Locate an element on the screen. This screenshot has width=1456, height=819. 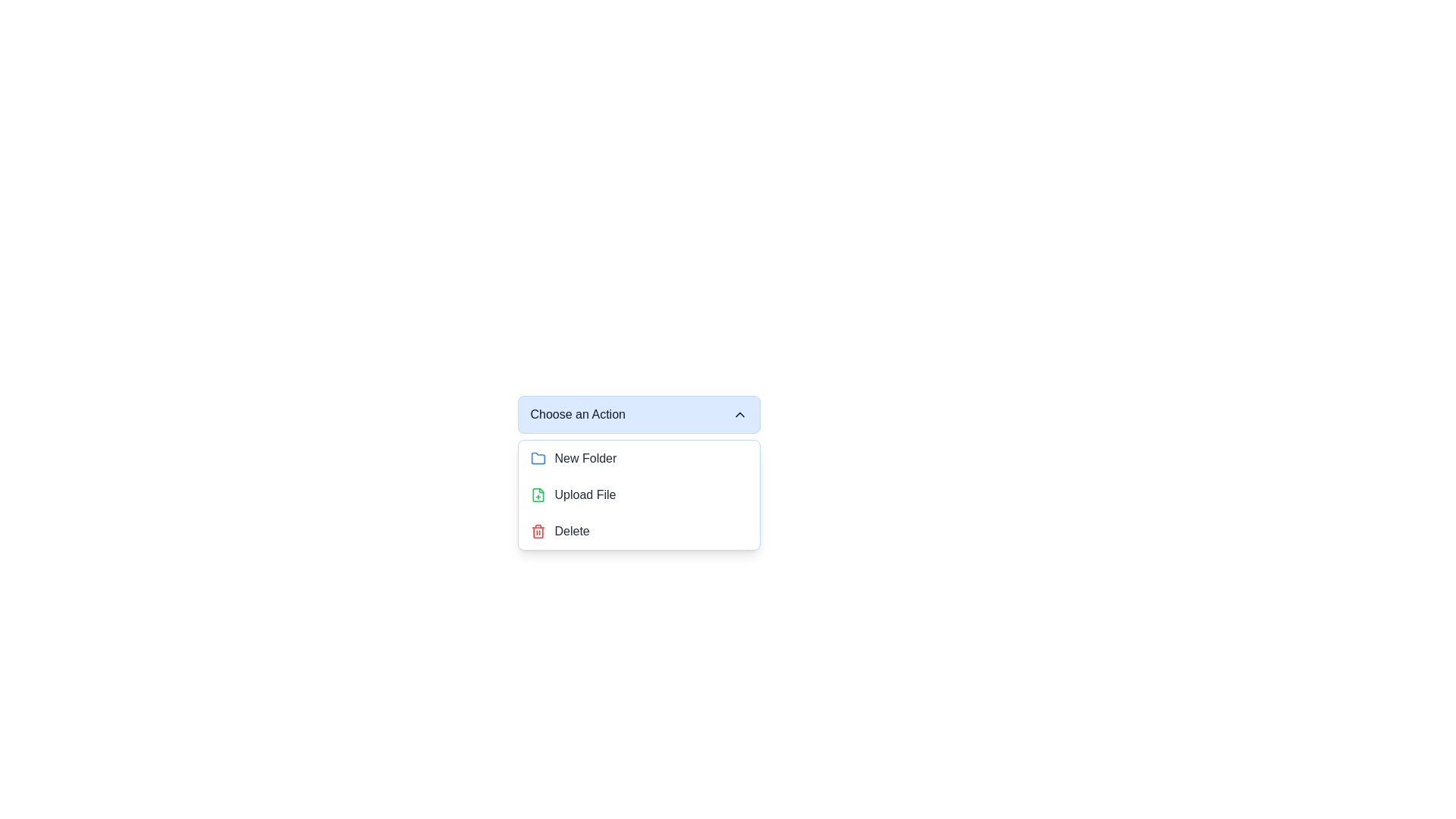
the second option in the 'Choose an Action' menu is located at coordinates (639, 494).